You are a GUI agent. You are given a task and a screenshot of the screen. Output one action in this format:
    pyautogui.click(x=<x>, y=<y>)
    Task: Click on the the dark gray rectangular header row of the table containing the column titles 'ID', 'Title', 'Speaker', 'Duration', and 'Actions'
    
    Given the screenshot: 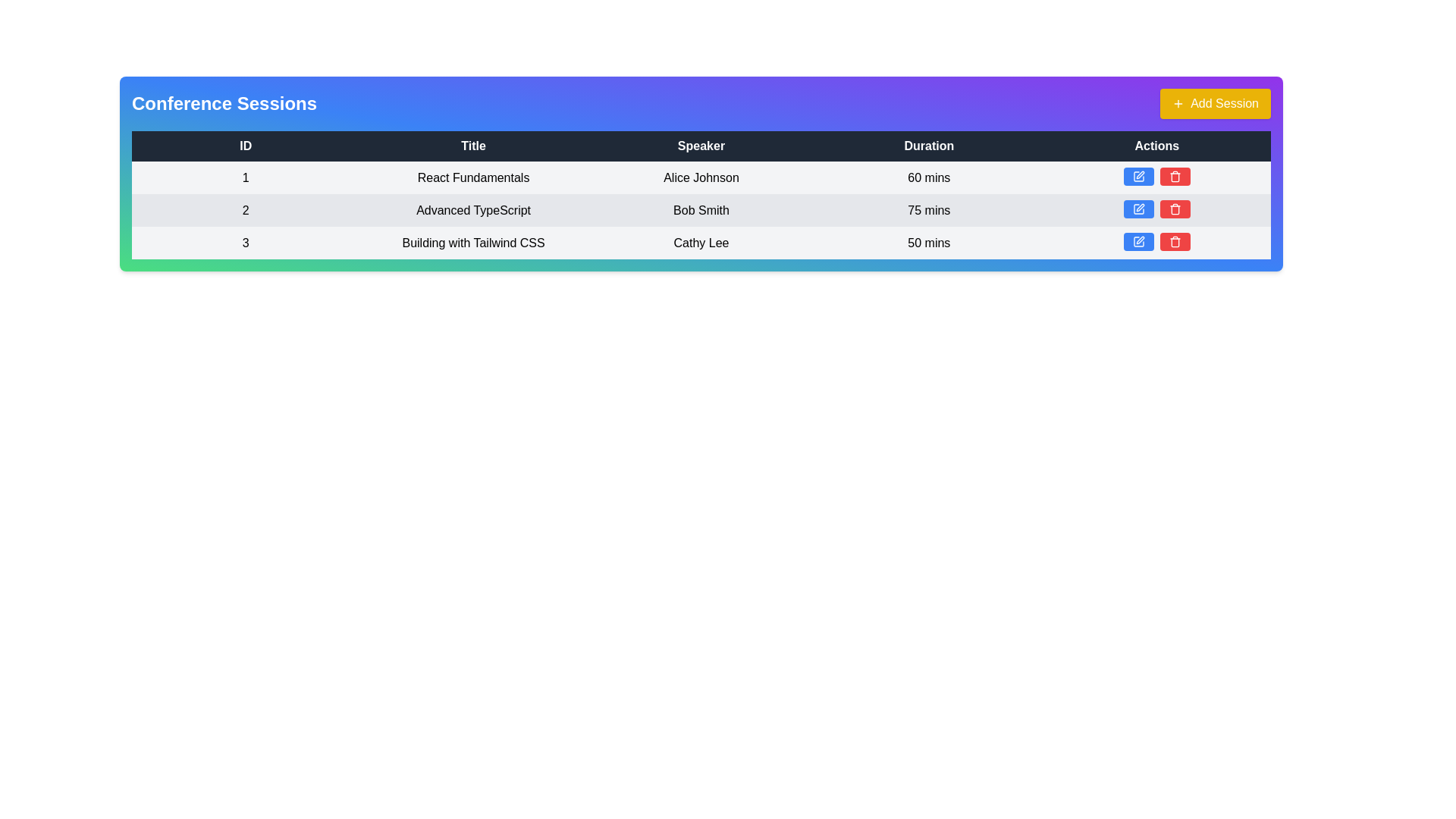 What is the action you would take?
    pyautogui.click(x=701, y=146)
    